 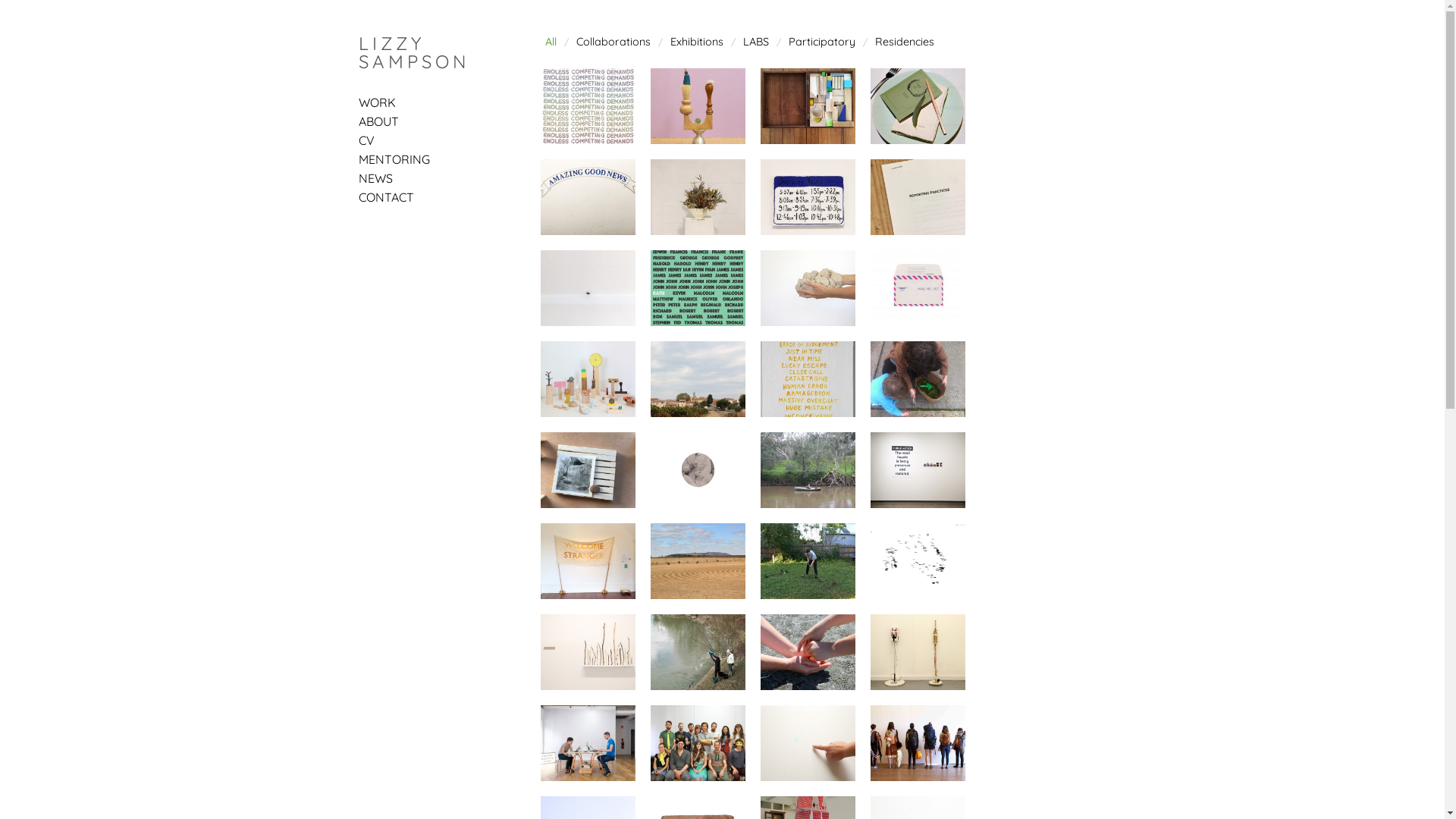 I want to click on 'CONTACT', so click(x=356, y=196).